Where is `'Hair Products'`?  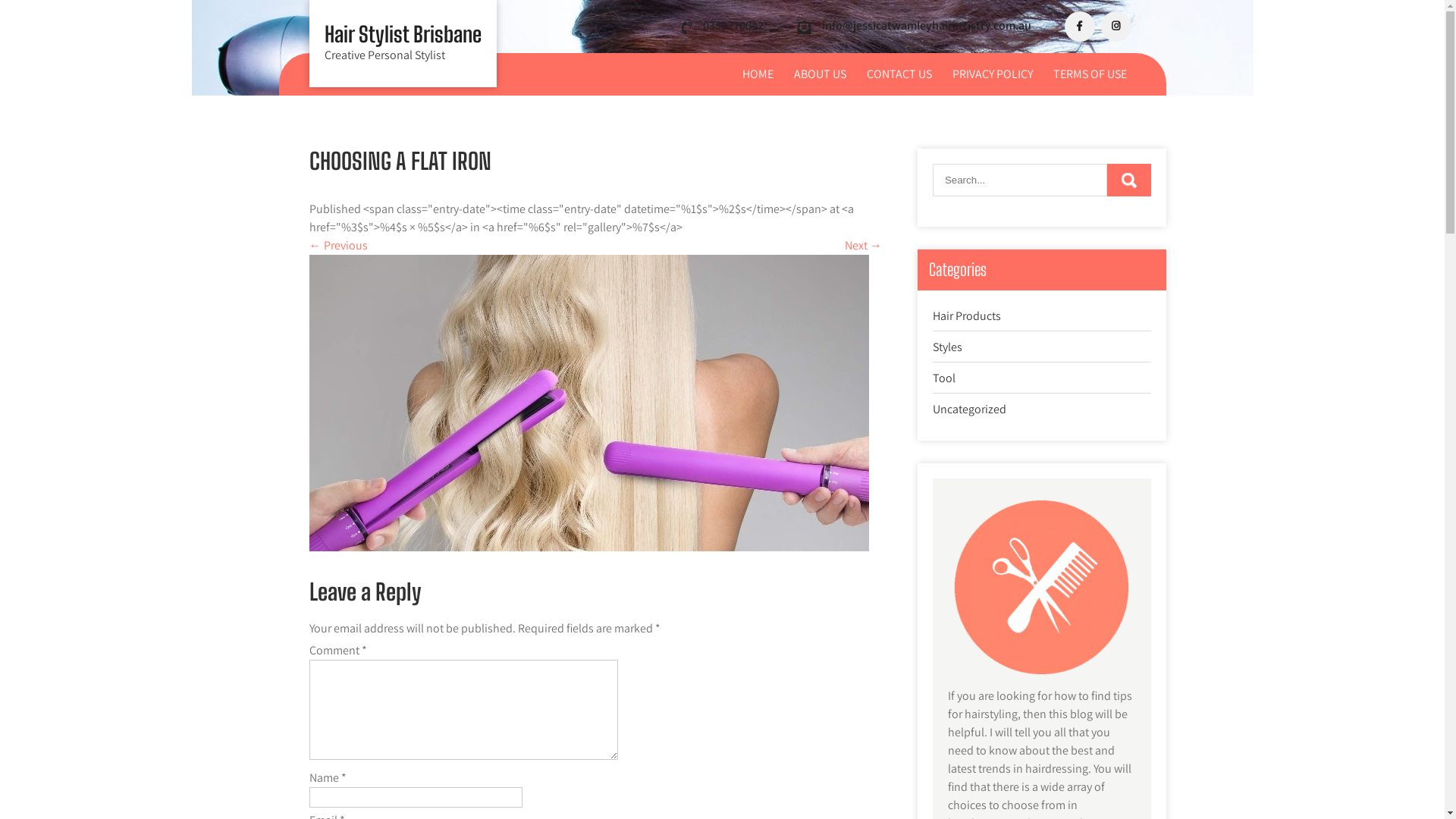
'Hair Products' is located at coordinates (966, 315).